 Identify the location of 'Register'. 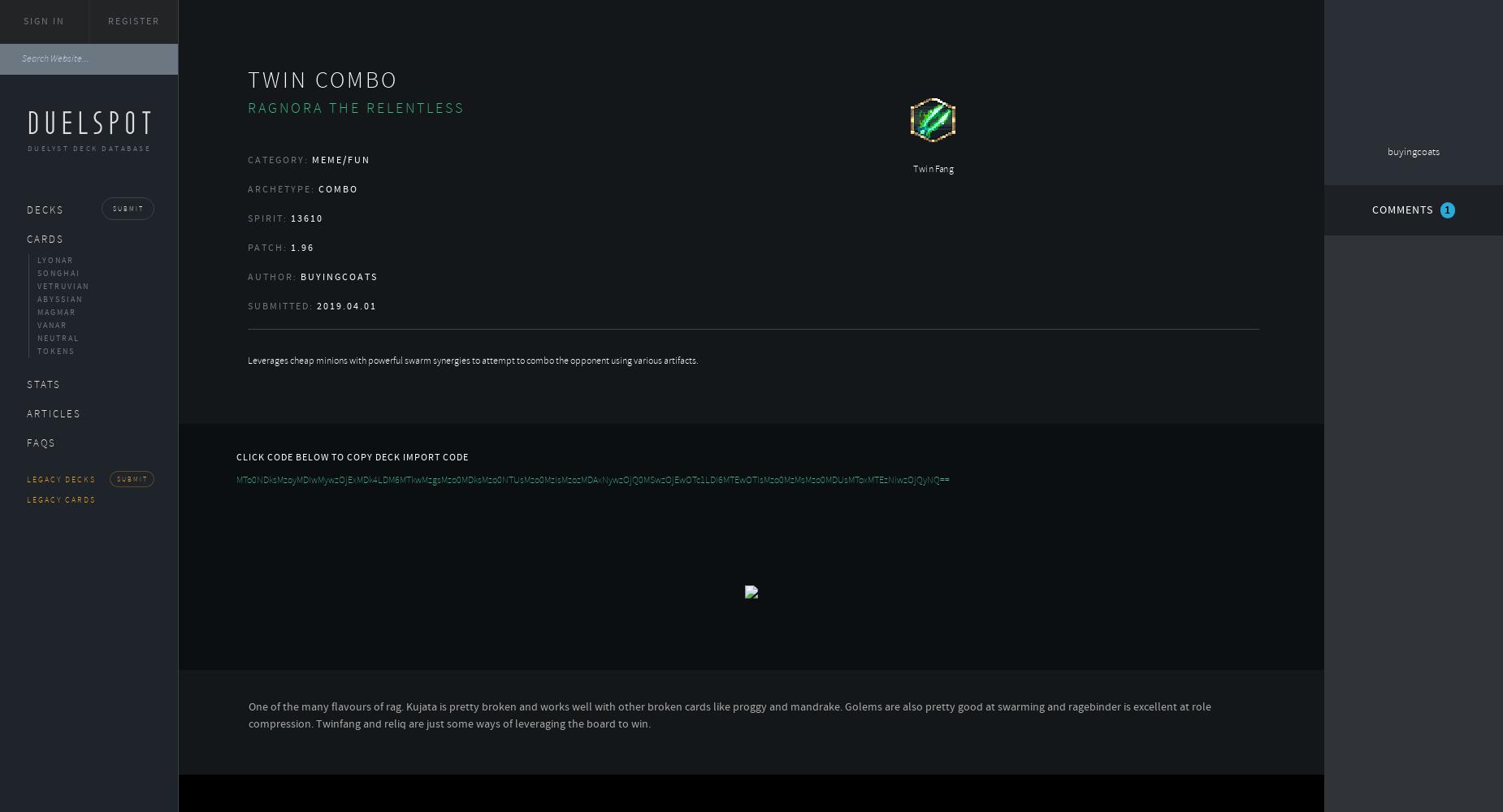
(132, 22).